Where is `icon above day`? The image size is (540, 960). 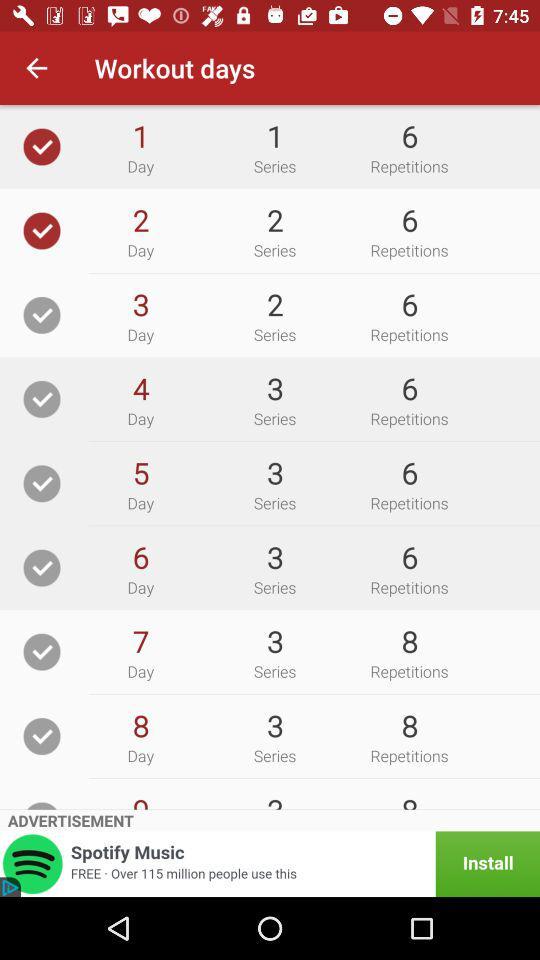 icon above day is located at coordinates (139, 640).